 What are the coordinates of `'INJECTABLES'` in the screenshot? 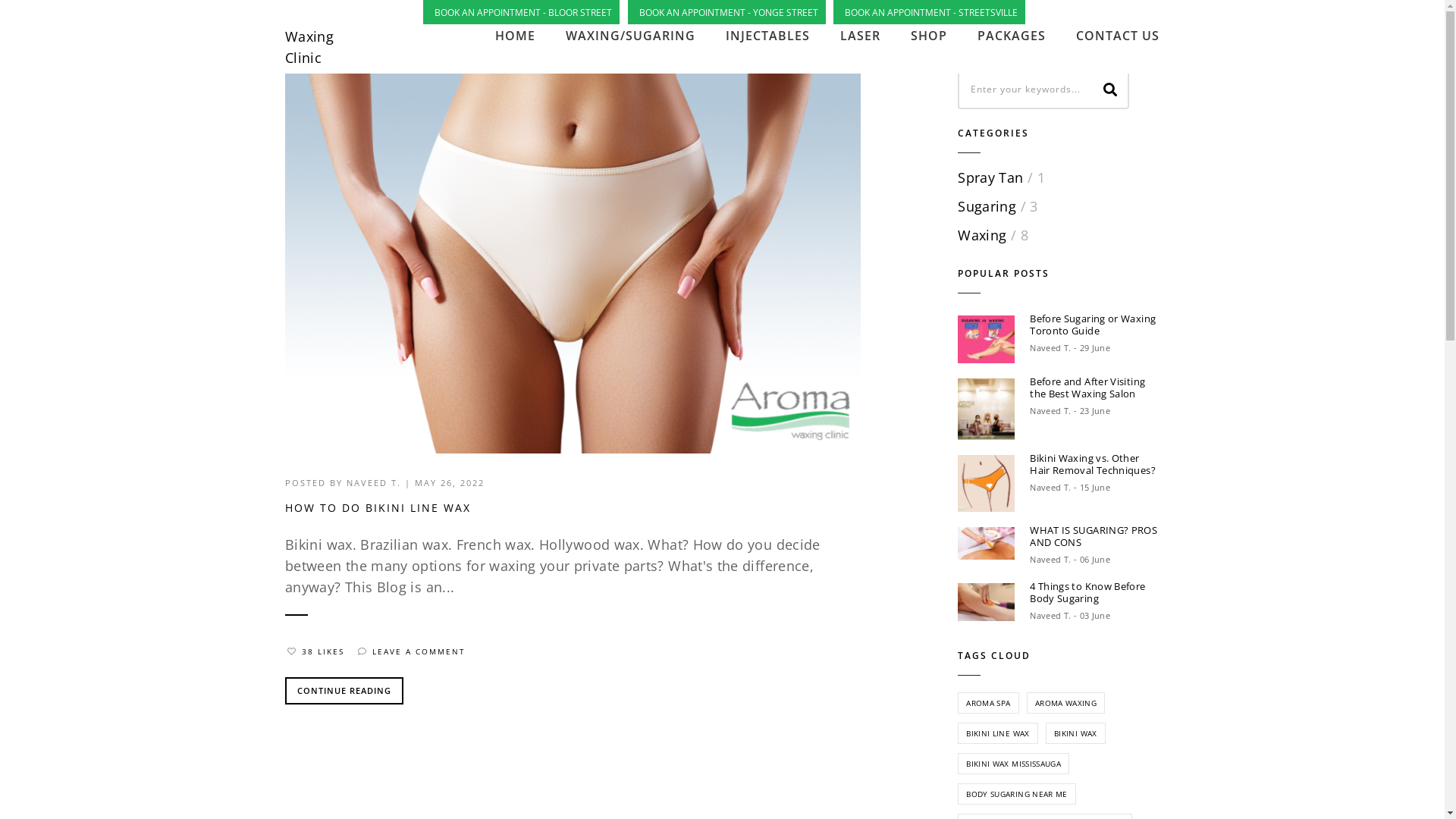 It's located at (767, 35).